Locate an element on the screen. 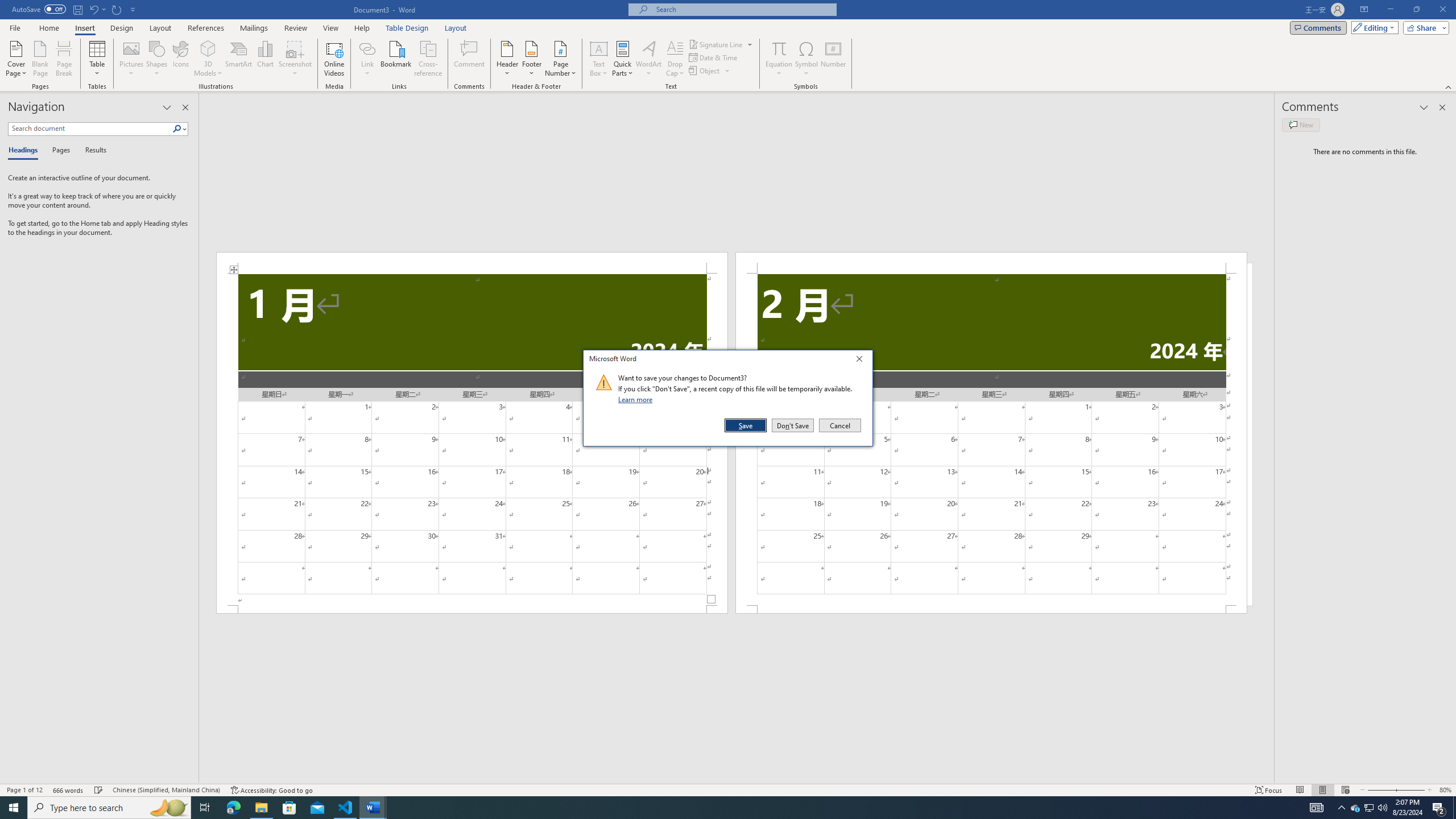 This screenshot has width=1456, height=819. 'Object...' is located at coordinates (709, 69).